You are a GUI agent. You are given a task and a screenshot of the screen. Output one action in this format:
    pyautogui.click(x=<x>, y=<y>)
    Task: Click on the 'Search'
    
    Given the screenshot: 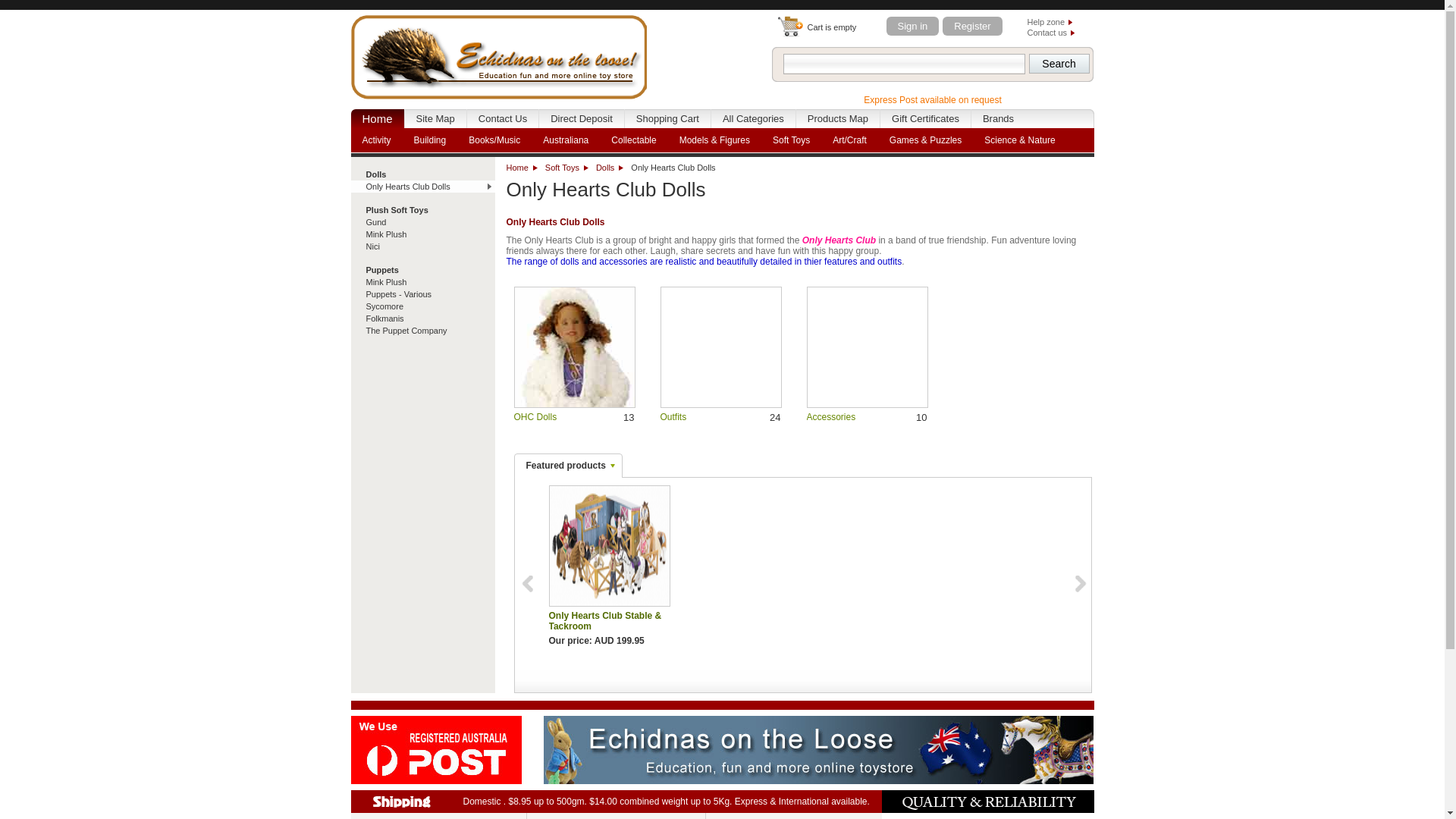 What is the action you would take?
    pyautogui.click(x=1058, y=63)
    